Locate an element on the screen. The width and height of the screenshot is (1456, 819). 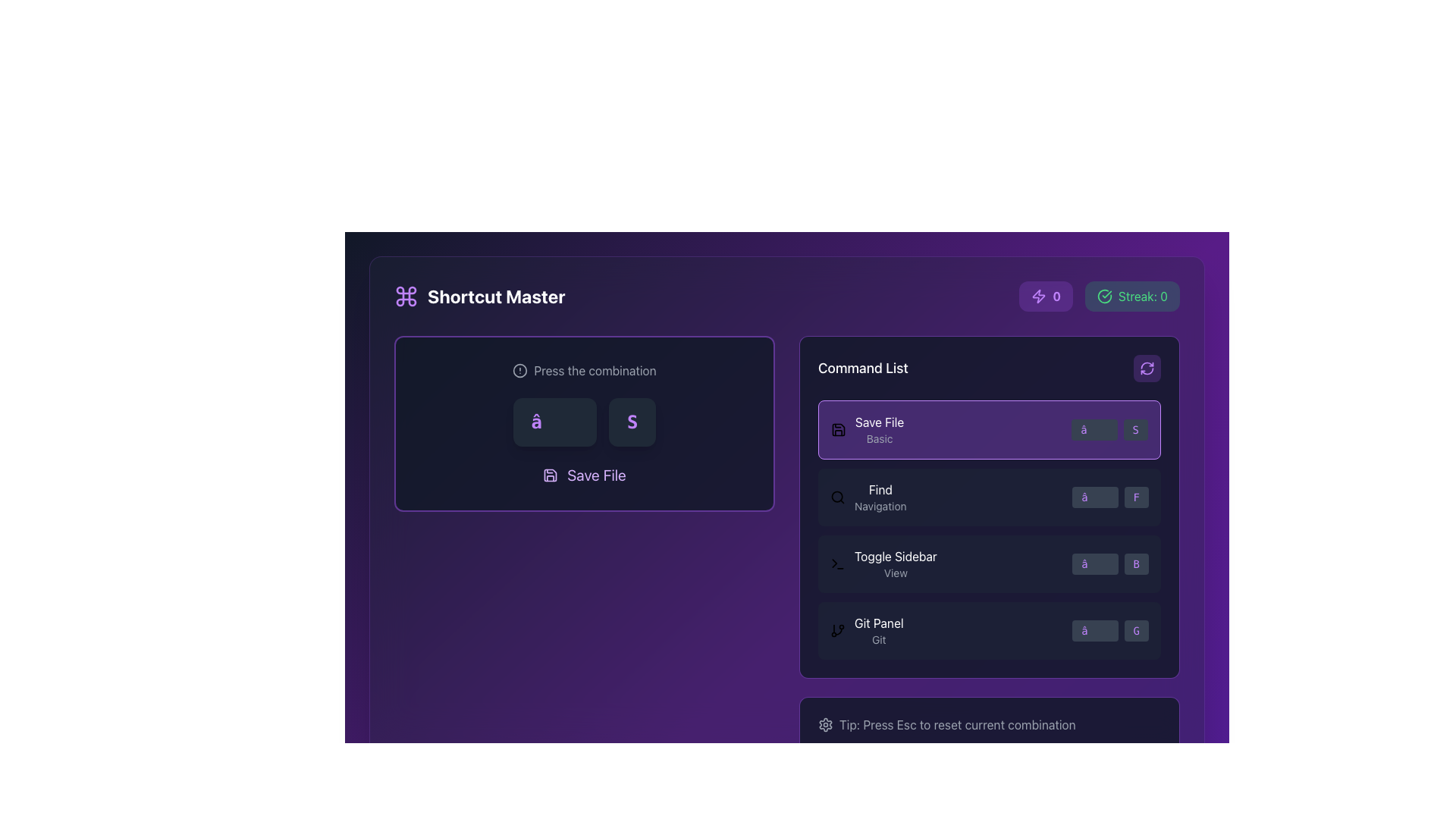
the text label 'Press the combination' which is accompanied by a circular alert icon, located near the upper-left corner of the central content box is located at coordinates (584, 371).